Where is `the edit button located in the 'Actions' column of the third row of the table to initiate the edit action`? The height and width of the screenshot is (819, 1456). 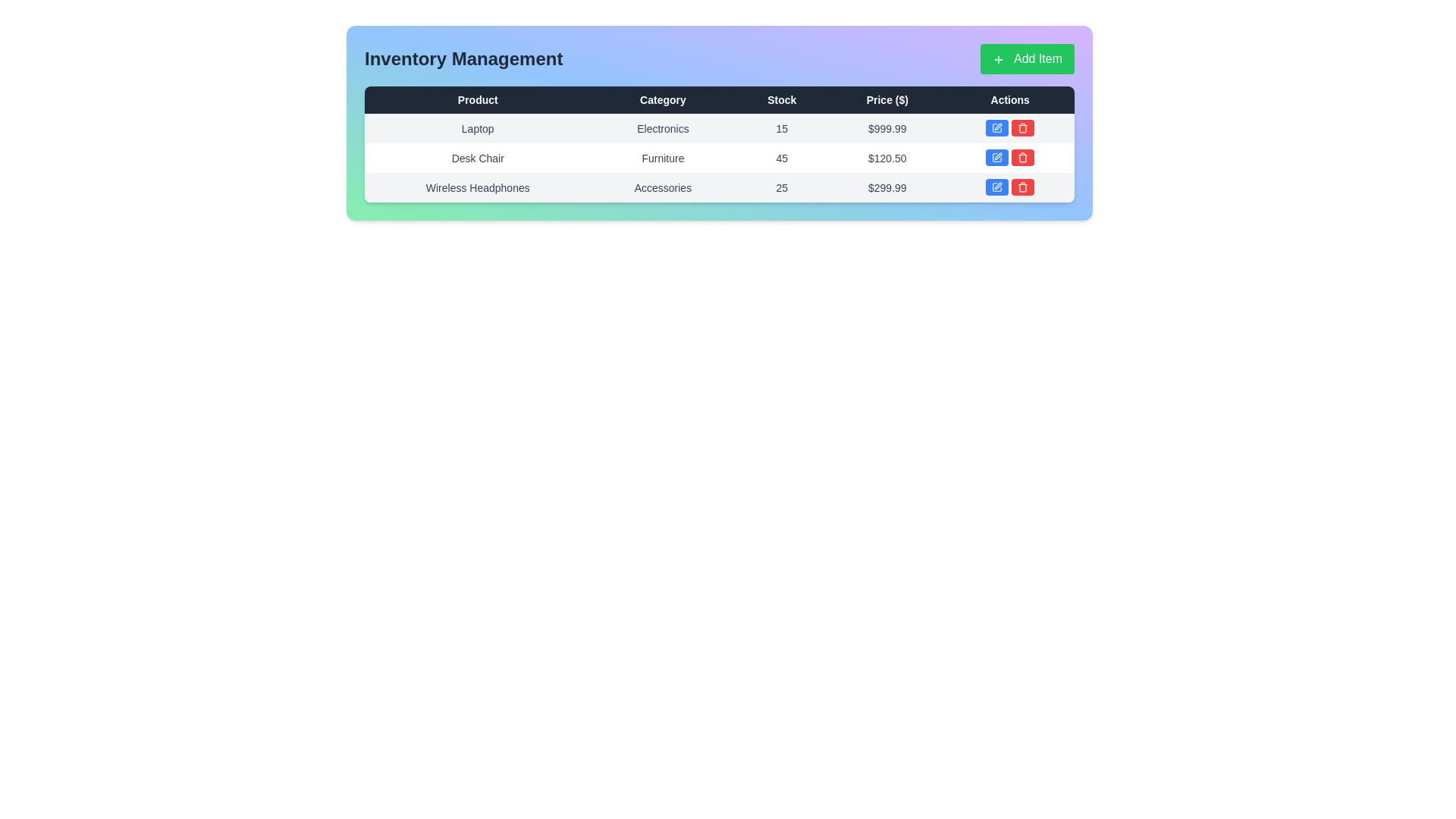
the edit button located in the 'Actions' column of the third row of the table to initiate the edit action is located at coordinates (997, 186).